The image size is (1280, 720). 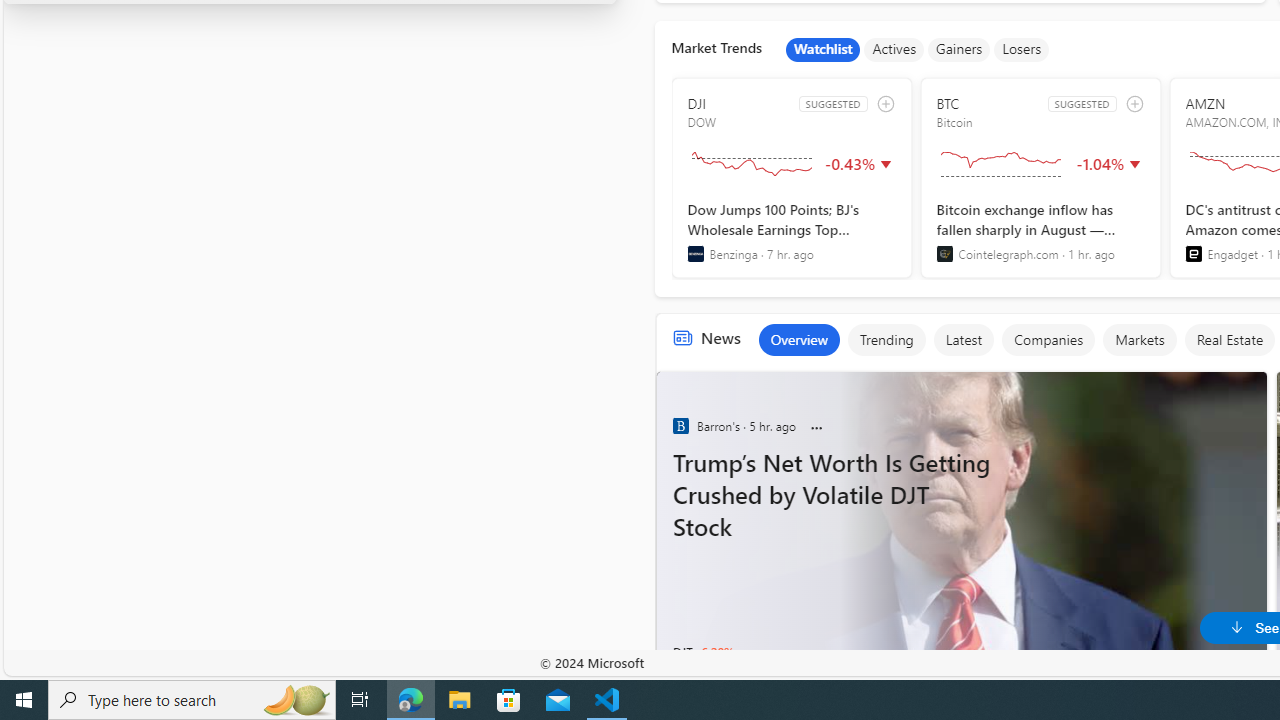 I want to click on 'Gainers', so click(x=958, y=49).